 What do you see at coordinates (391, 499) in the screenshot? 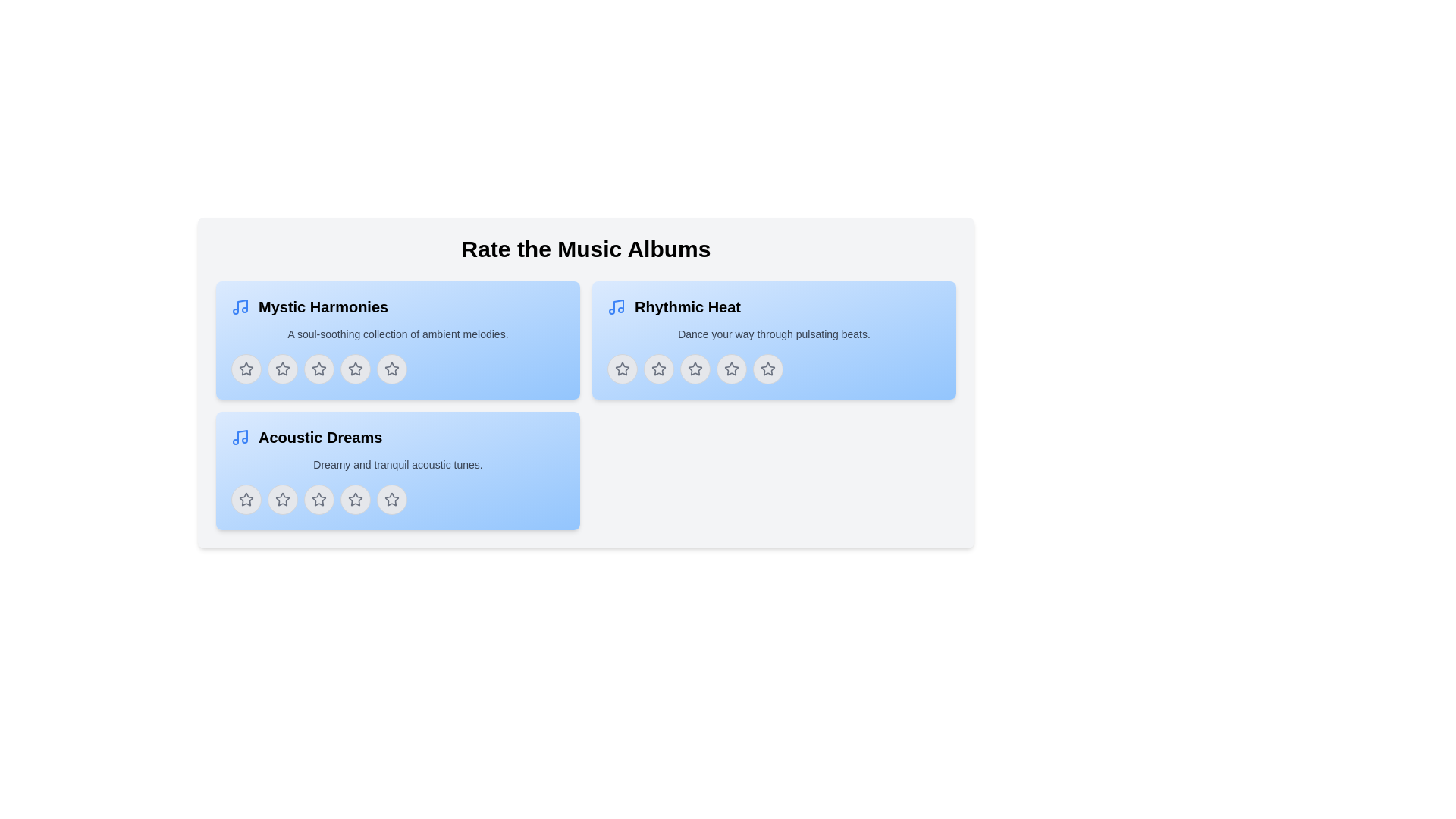
I see `the fifth rating star icon for the 'Acoustic Dreams' album` at bounding box center [391, 499].